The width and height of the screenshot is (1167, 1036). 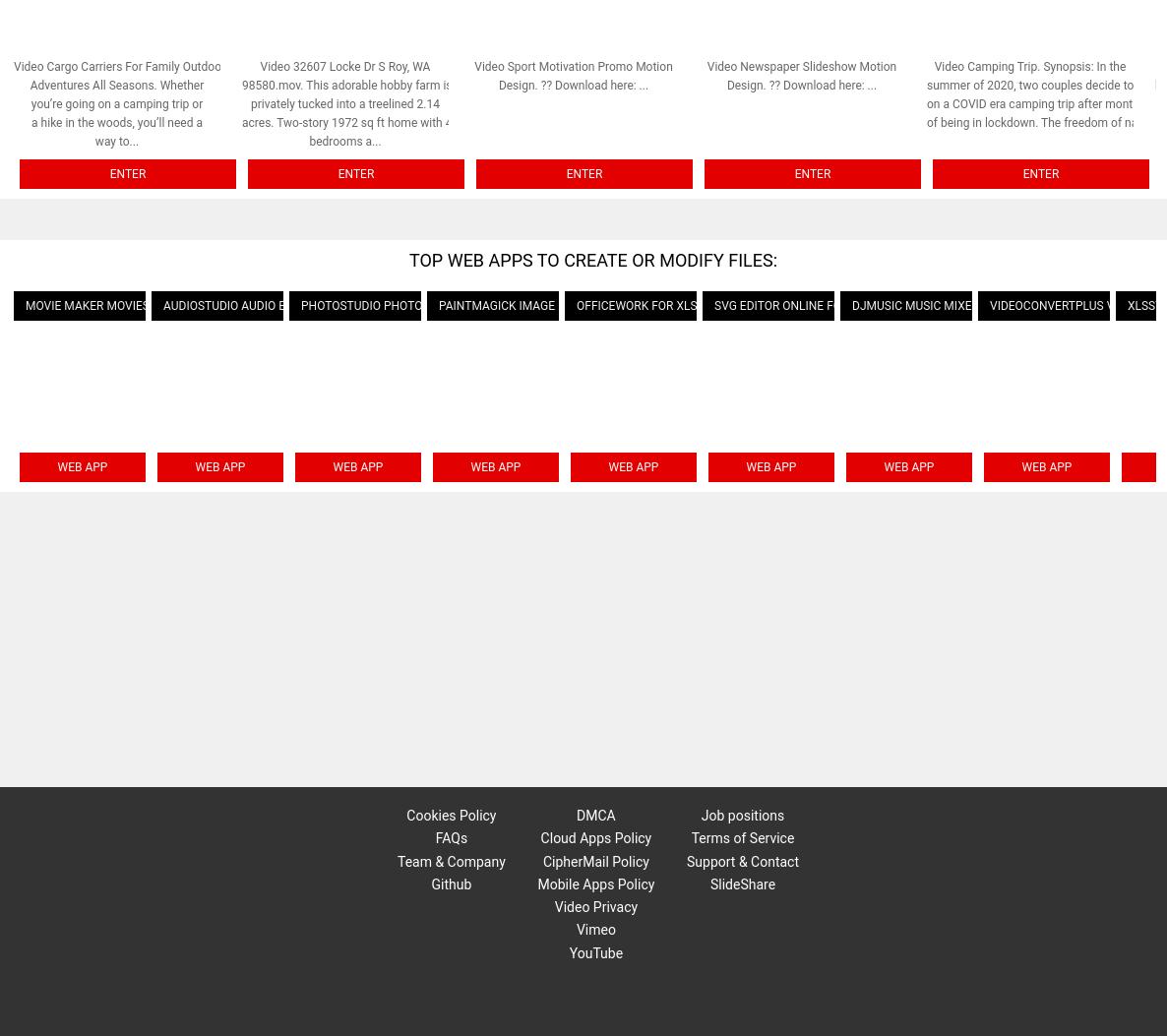 I want to click on 'FAQs', so click(x=451, y=836).